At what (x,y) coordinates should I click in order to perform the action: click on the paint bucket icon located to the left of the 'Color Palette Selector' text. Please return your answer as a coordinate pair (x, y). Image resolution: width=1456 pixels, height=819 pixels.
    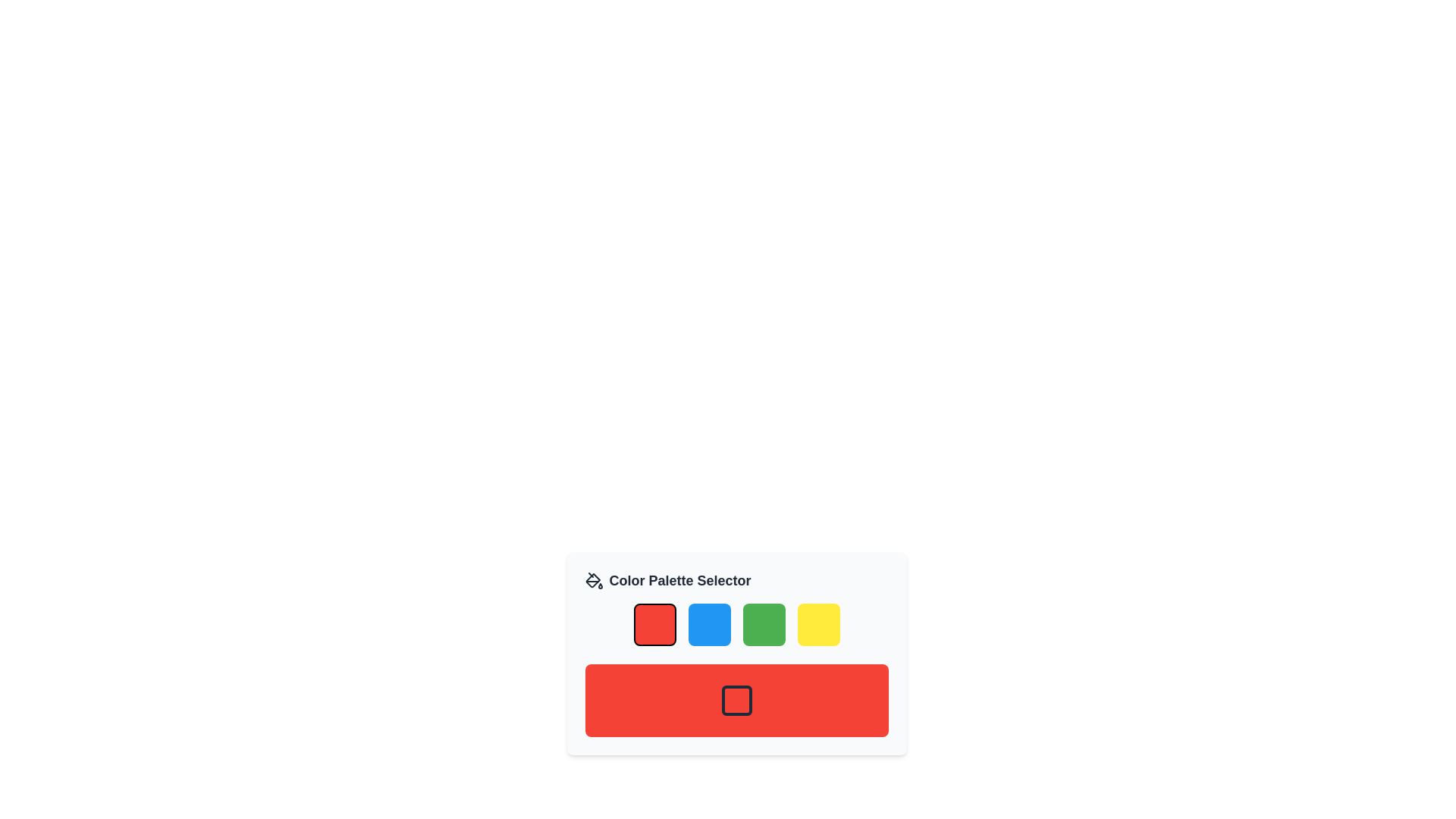
    Looking at the image, I should click on (593, 580).